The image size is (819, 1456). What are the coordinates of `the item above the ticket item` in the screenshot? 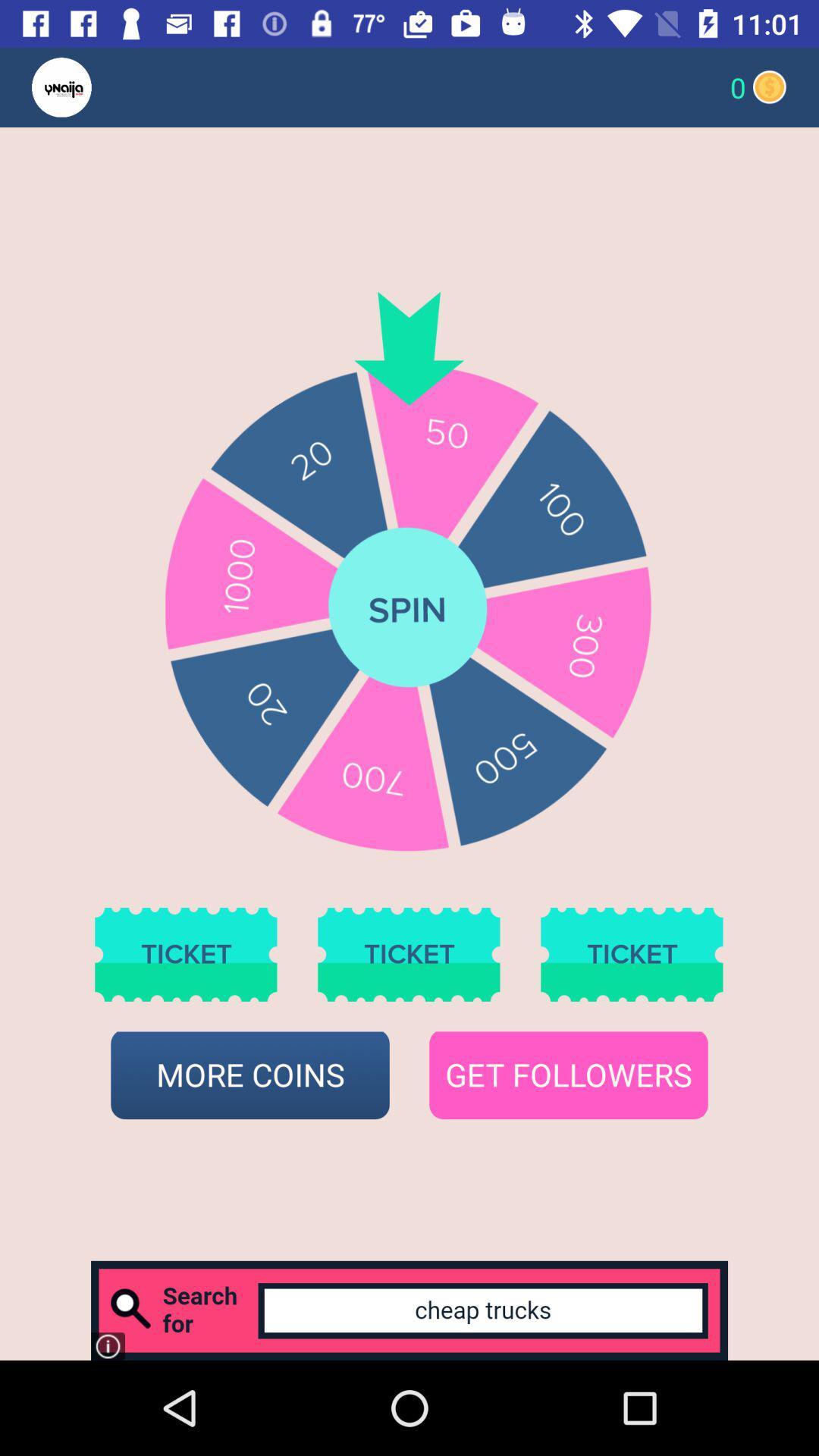 It's located at (91, 86).